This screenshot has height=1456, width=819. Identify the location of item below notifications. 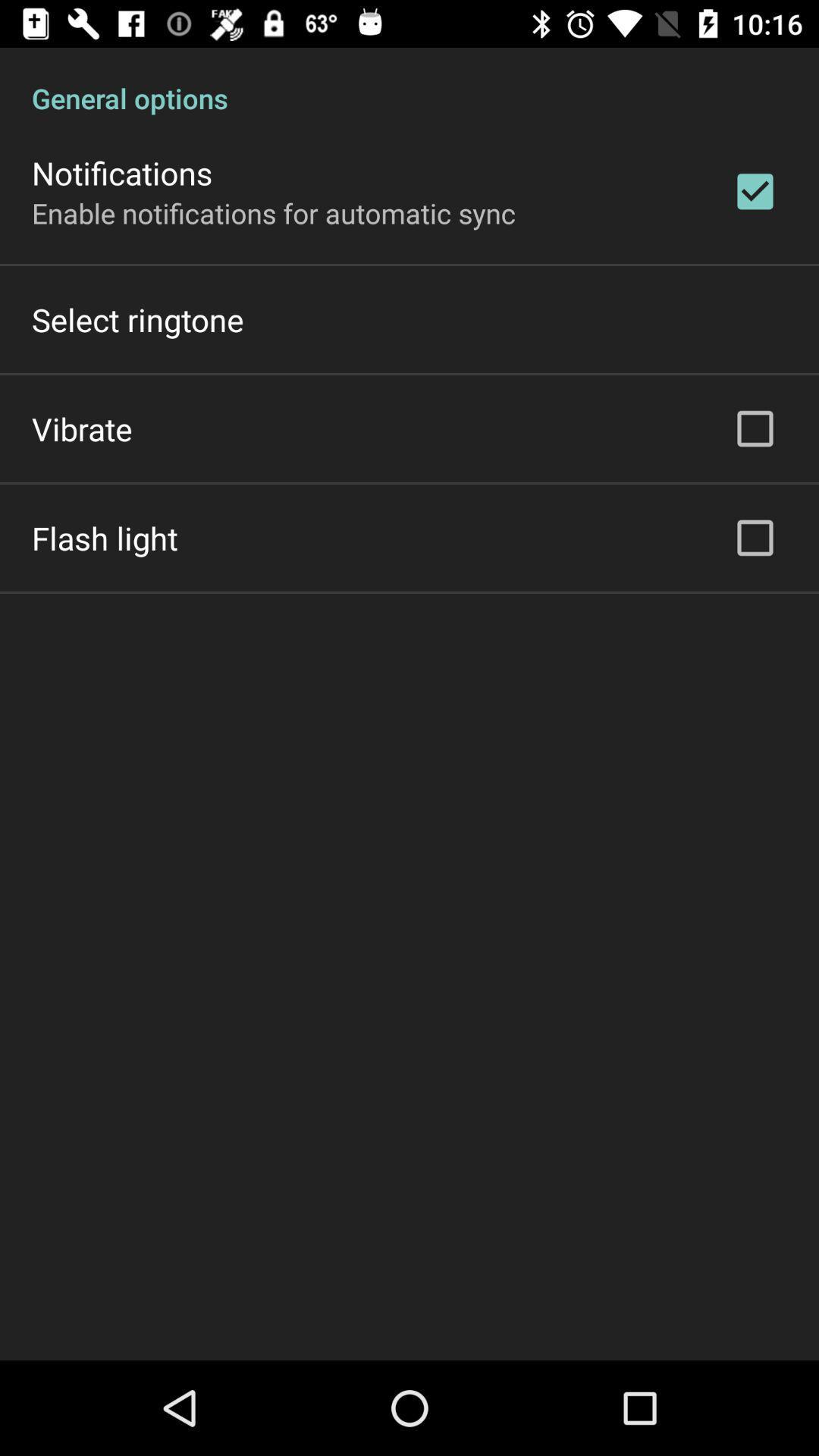
(274, 212).